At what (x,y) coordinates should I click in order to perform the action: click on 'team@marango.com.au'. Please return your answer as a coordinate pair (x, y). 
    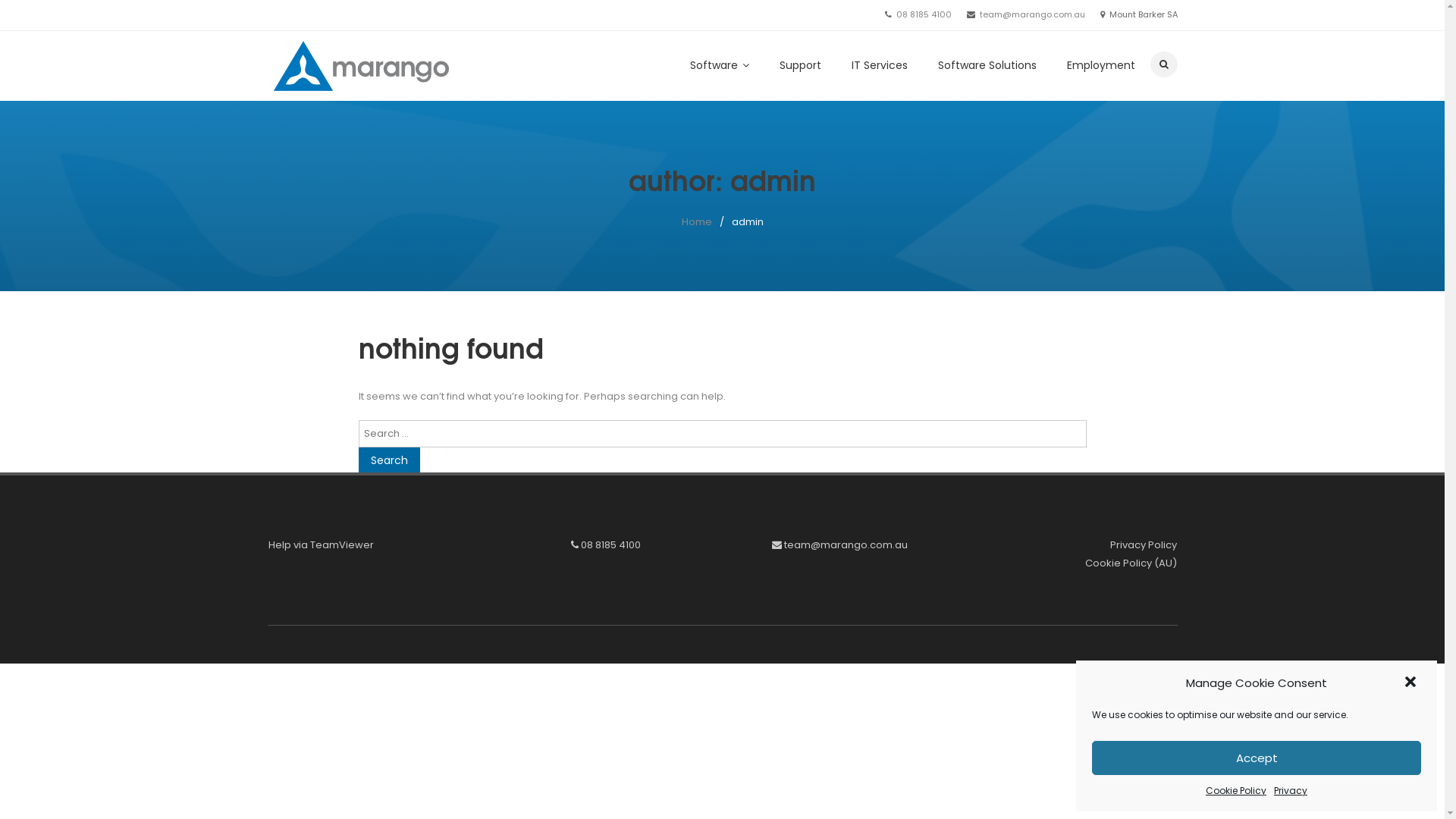
    Looking at the image, I should click on (979, 14).